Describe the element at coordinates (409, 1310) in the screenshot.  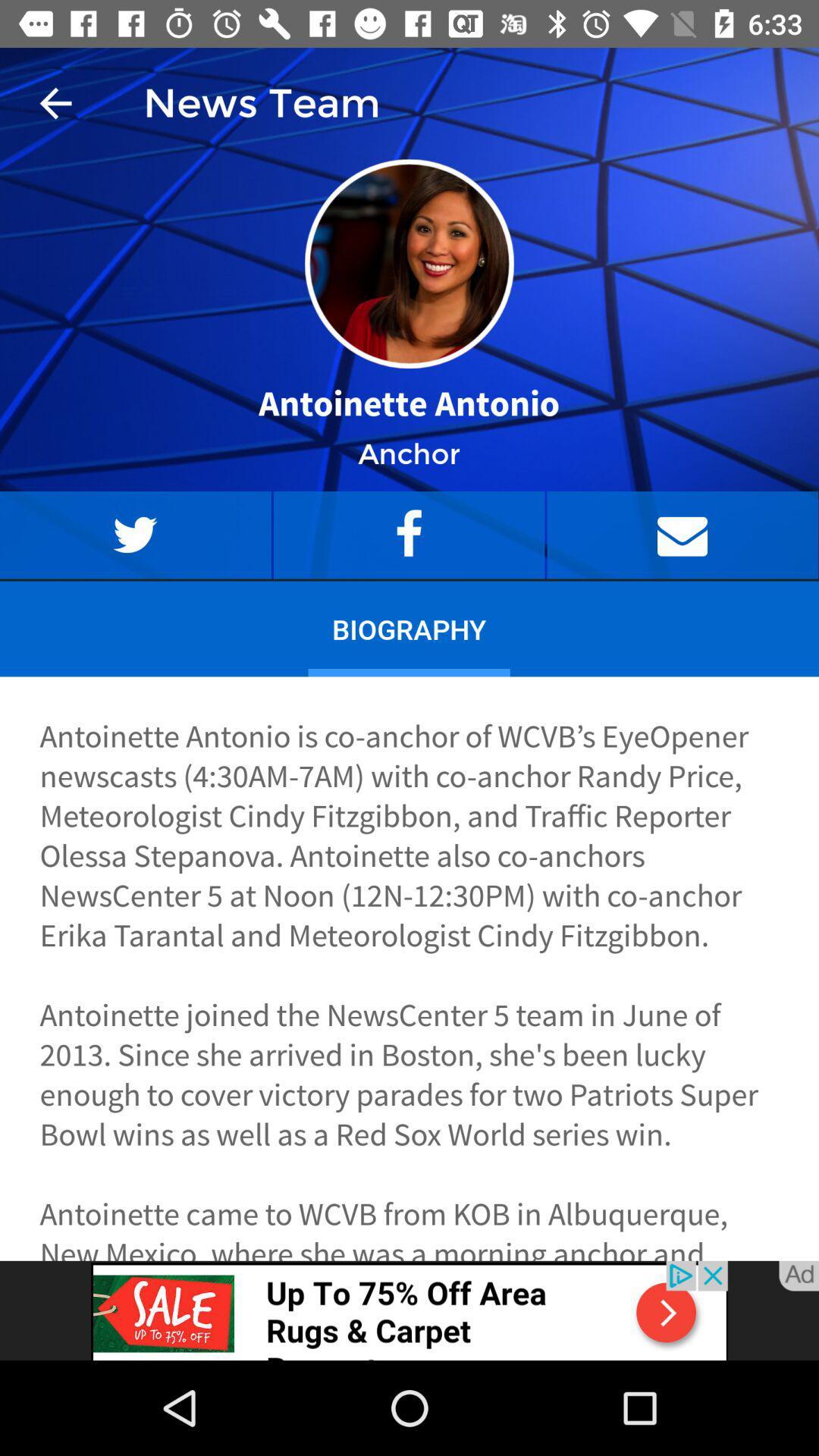
I see `advertisement adding button` at that location.